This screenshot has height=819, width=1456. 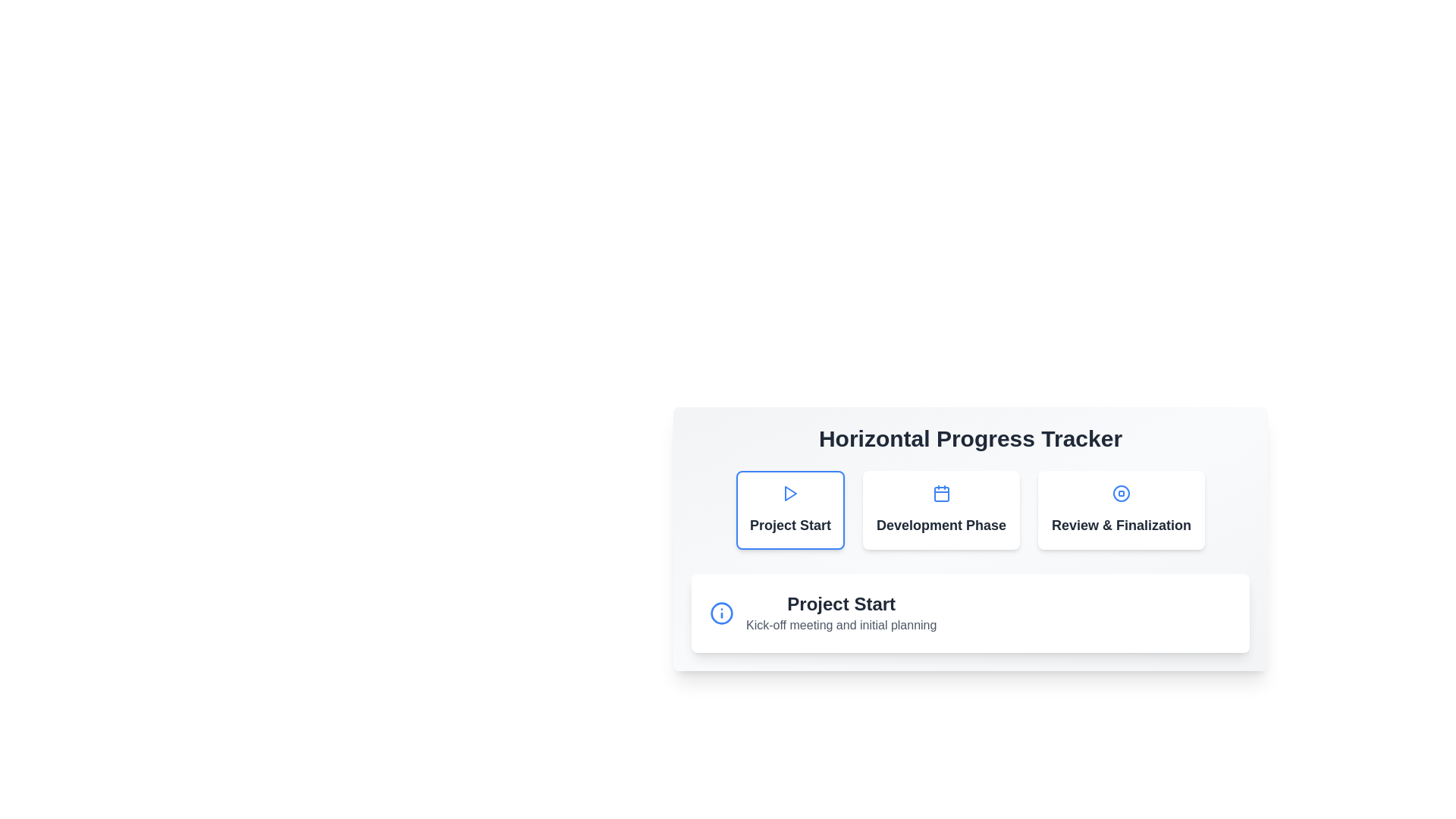 I want to click on the 'Project Start' text label to focus on the associated card within the UI component, so click(x=789, y=525).